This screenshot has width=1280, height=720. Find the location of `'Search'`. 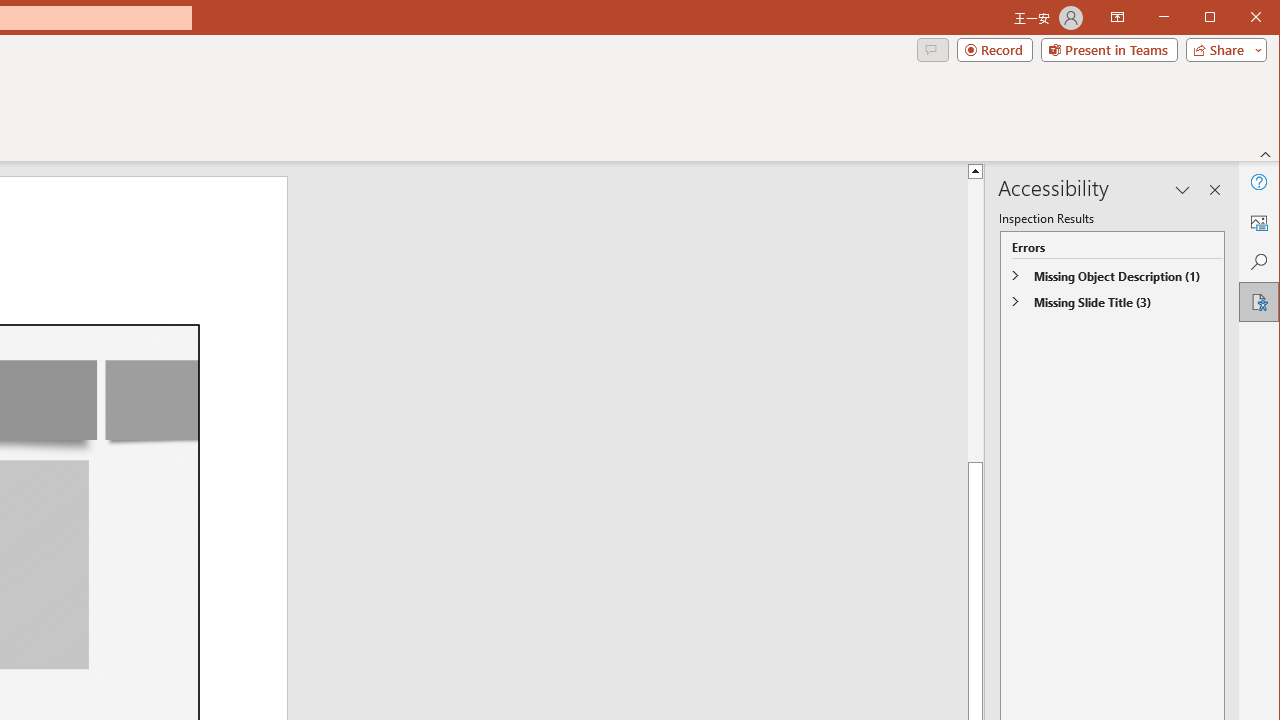

'Search' is located at coordinates (1257, 261).